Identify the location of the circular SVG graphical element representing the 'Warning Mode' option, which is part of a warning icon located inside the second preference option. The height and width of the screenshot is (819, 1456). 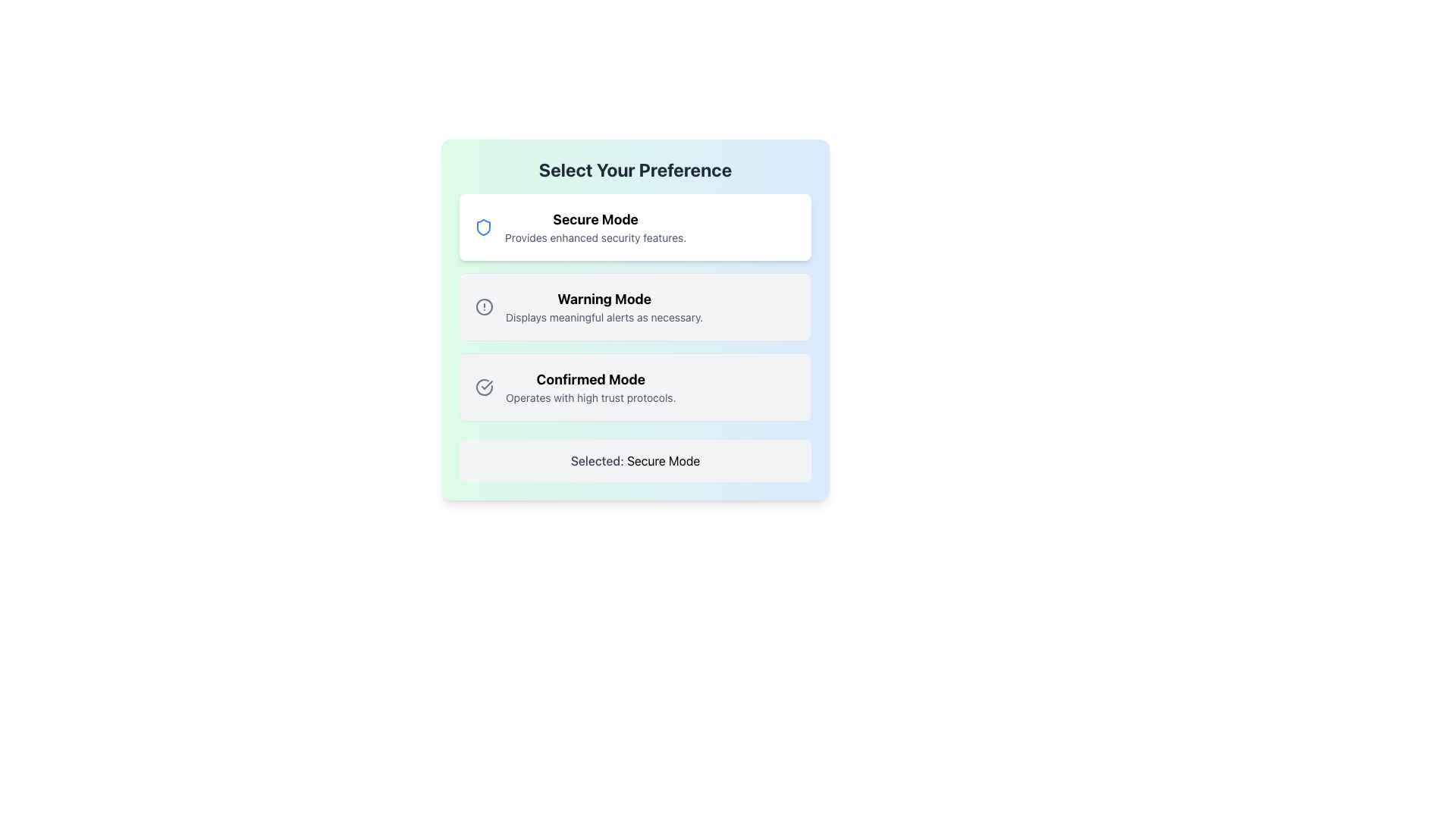
(483, 307).